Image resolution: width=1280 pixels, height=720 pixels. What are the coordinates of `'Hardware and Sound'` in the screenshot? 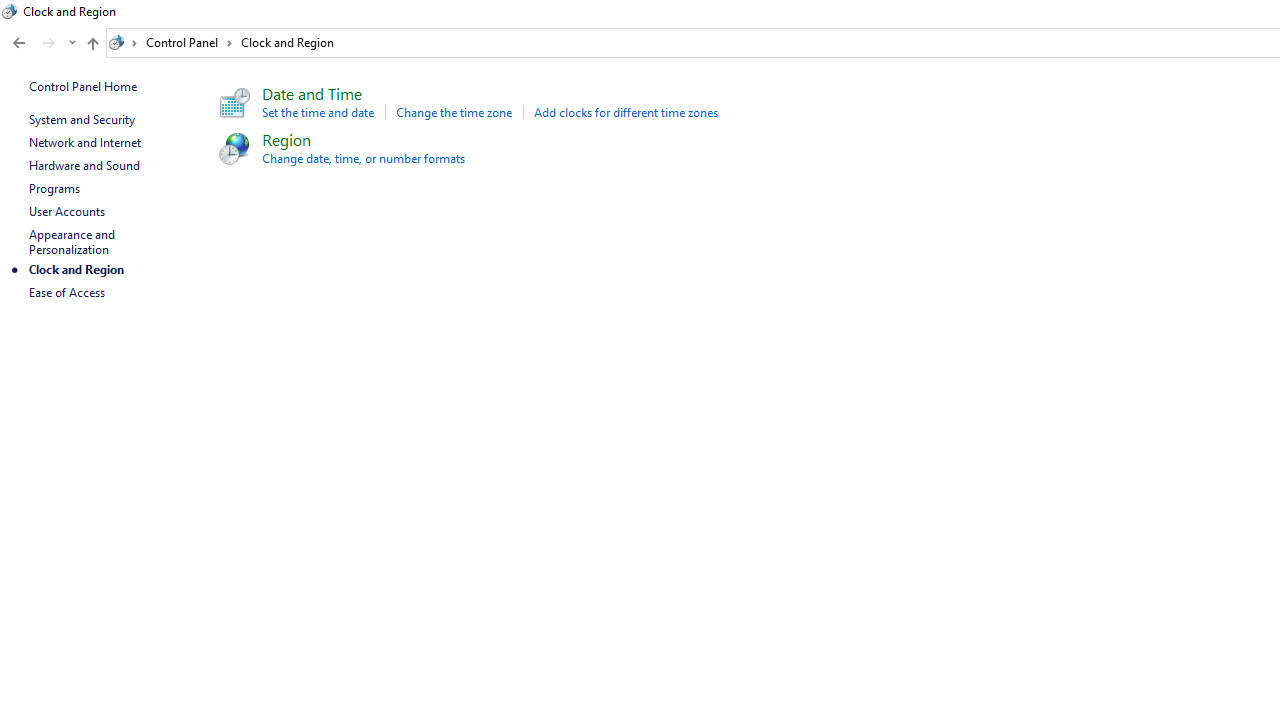 It's located at (83, 164).